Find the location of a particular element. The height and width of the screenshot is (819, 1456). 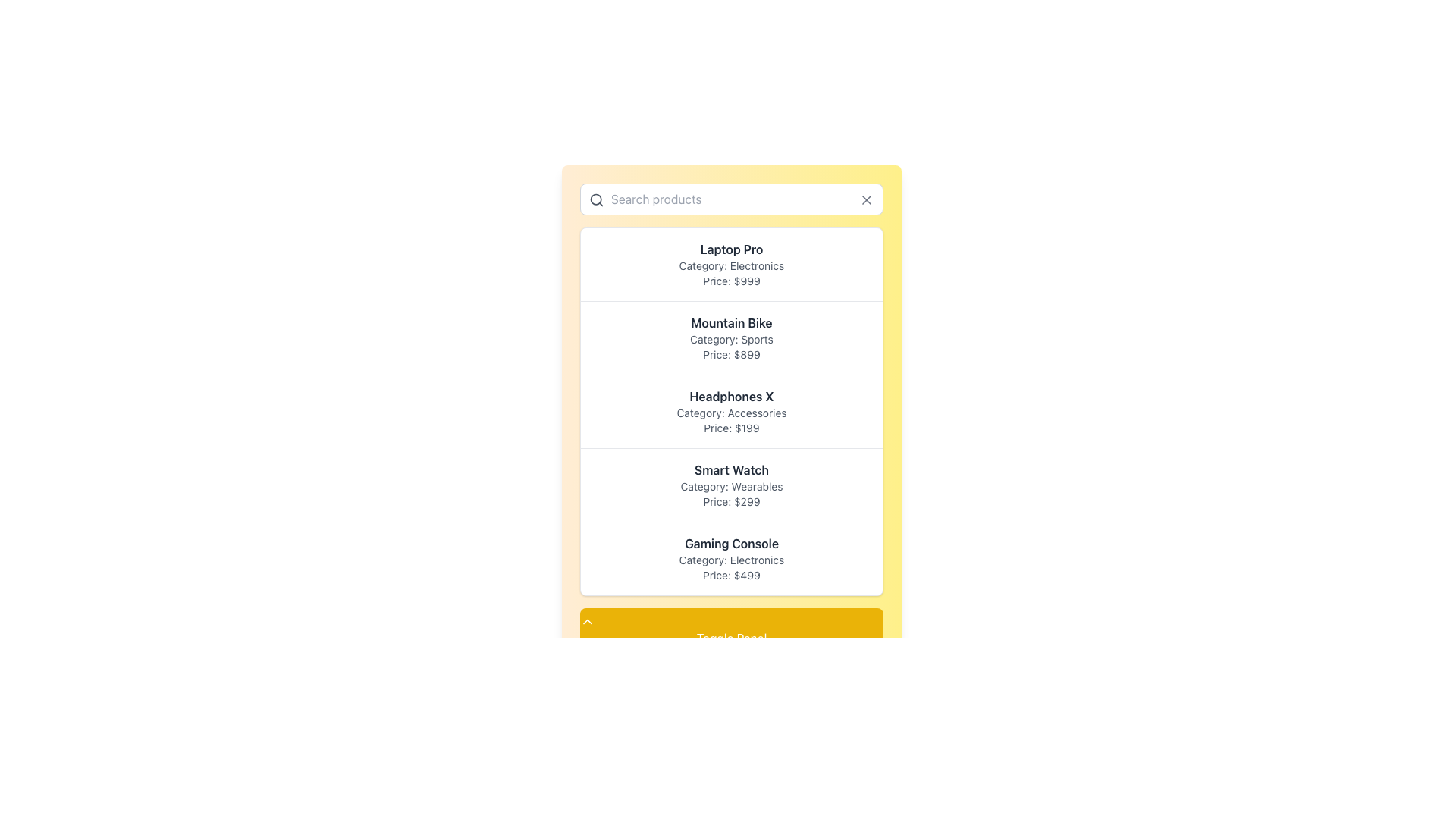

the Display card containing 'Headphones X', which is the third item in a vertically stacked list is located at coordinates (731, 411).